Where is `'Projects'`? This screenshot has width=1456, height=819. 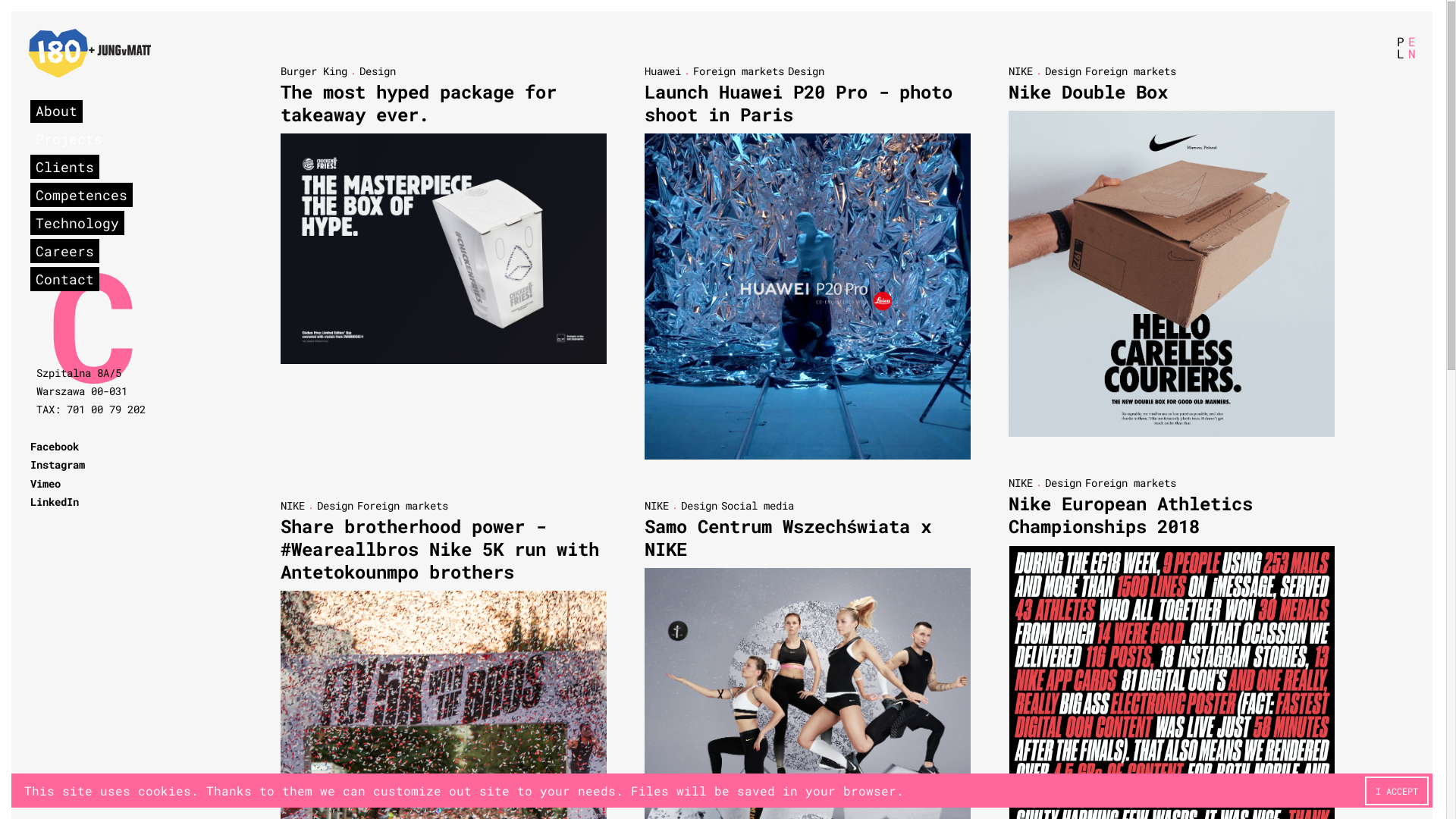 'Projects' is located at coordinates (68, 140).